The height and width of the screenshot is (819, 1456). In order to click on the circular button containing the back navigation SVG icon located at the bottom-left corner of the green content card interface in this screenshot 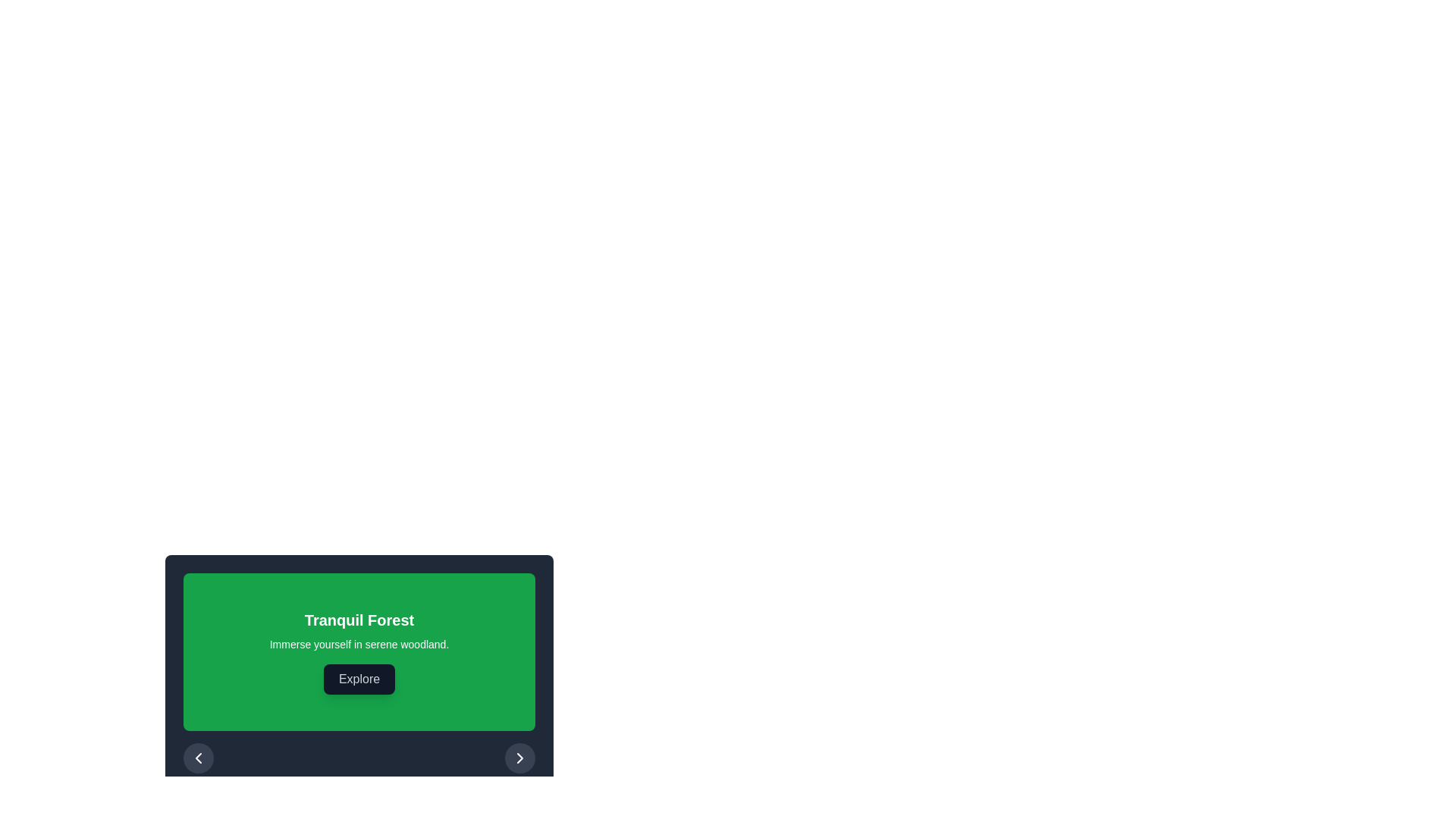, I will do `click(198, 758)`.